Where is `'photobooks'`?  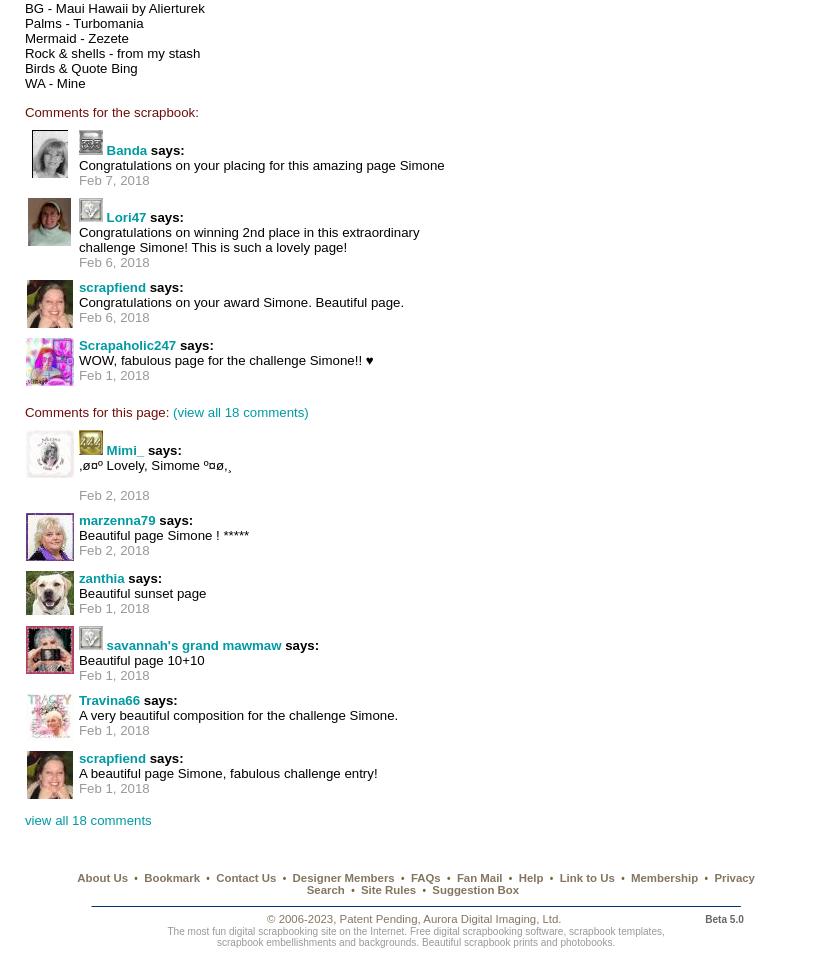
'photobooks' is located at coordinates (584, 941).